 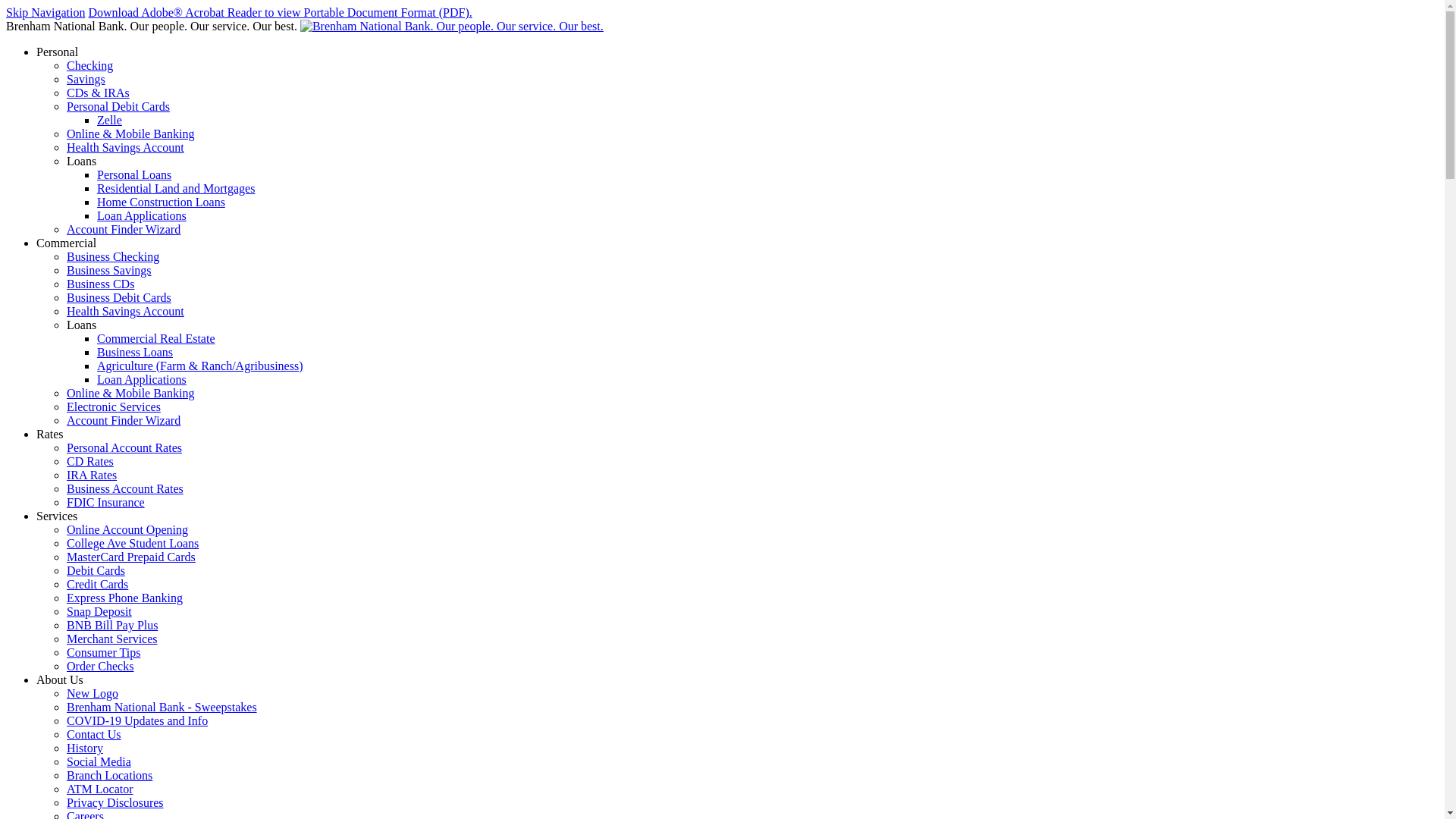 I want to click on 'IRA Rates', so click(x=90, y=474).